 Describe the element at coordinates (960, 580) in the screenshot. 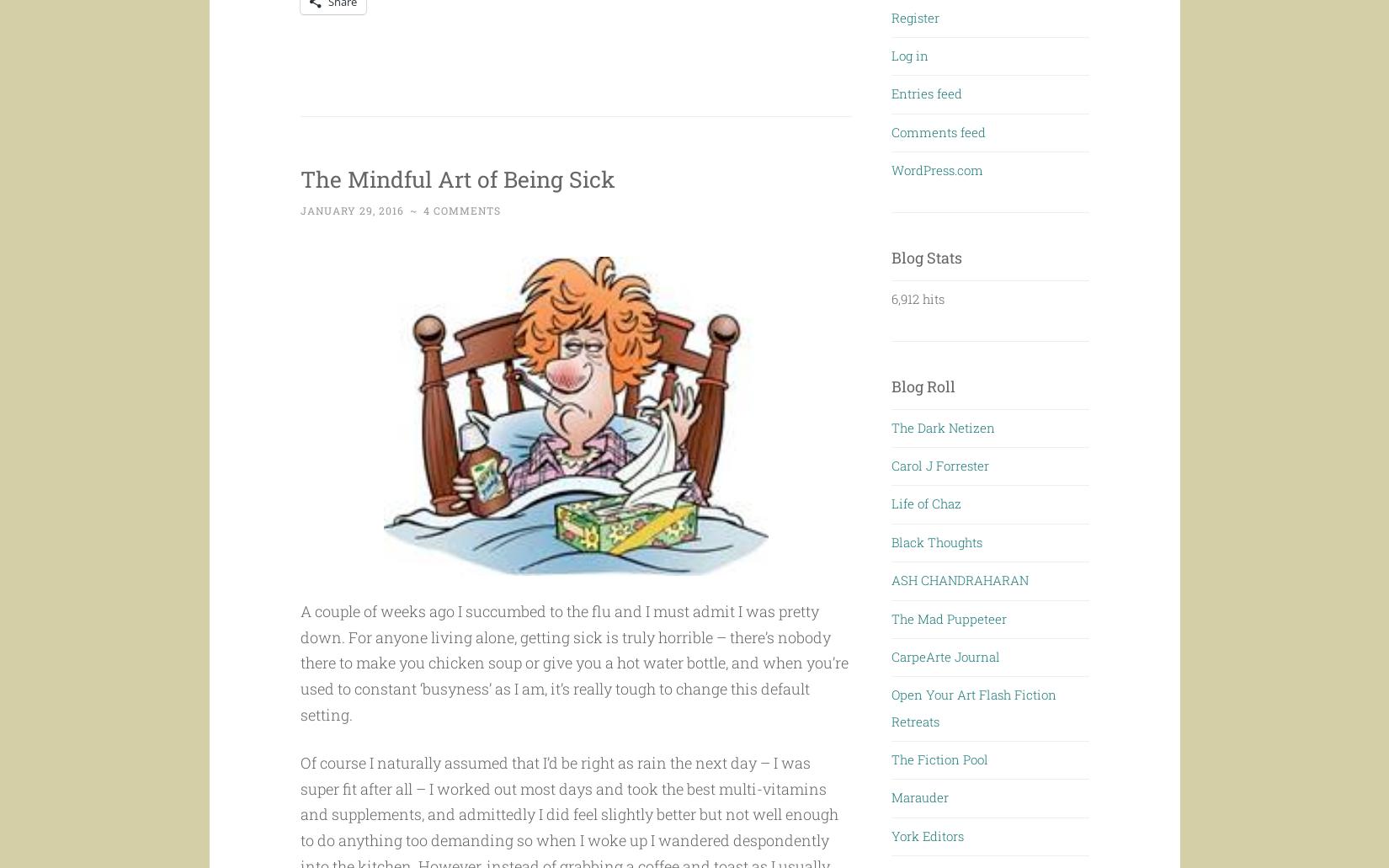

I see `'ASH CHANDRAHARAN'` at that location.